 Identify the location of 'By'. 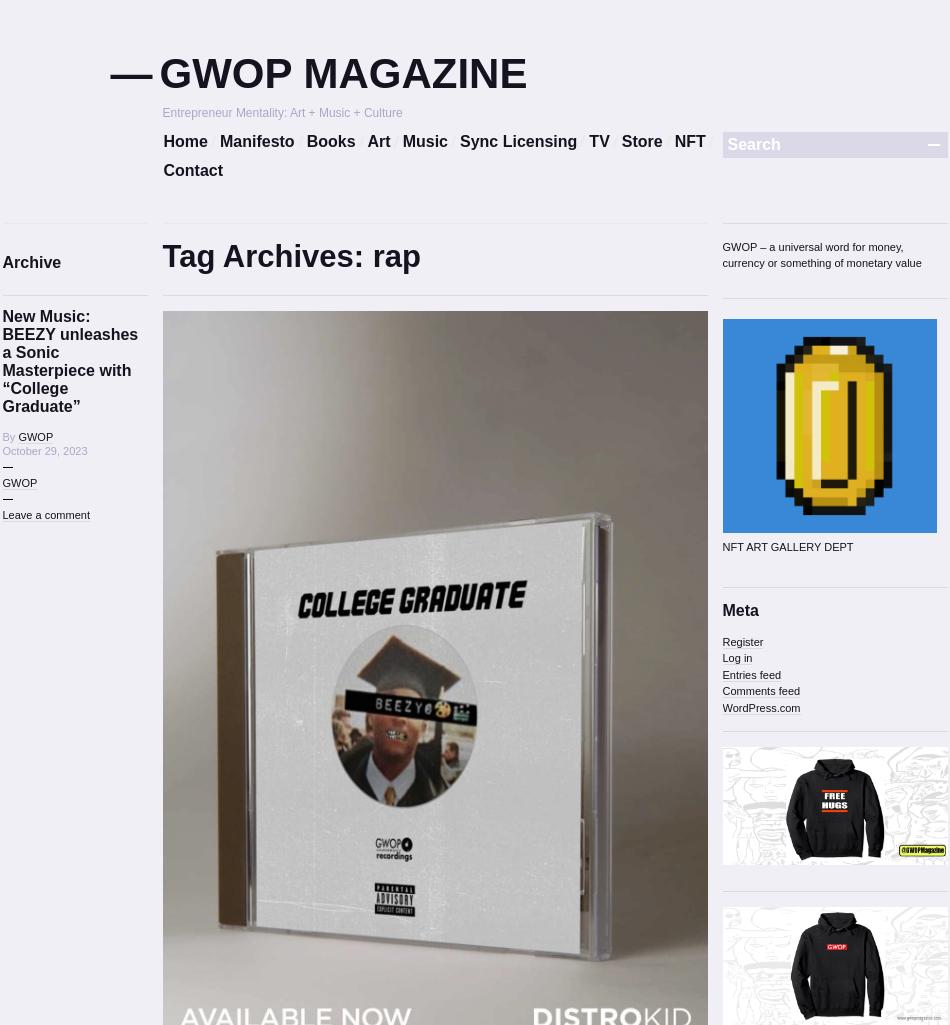
(9, 435).